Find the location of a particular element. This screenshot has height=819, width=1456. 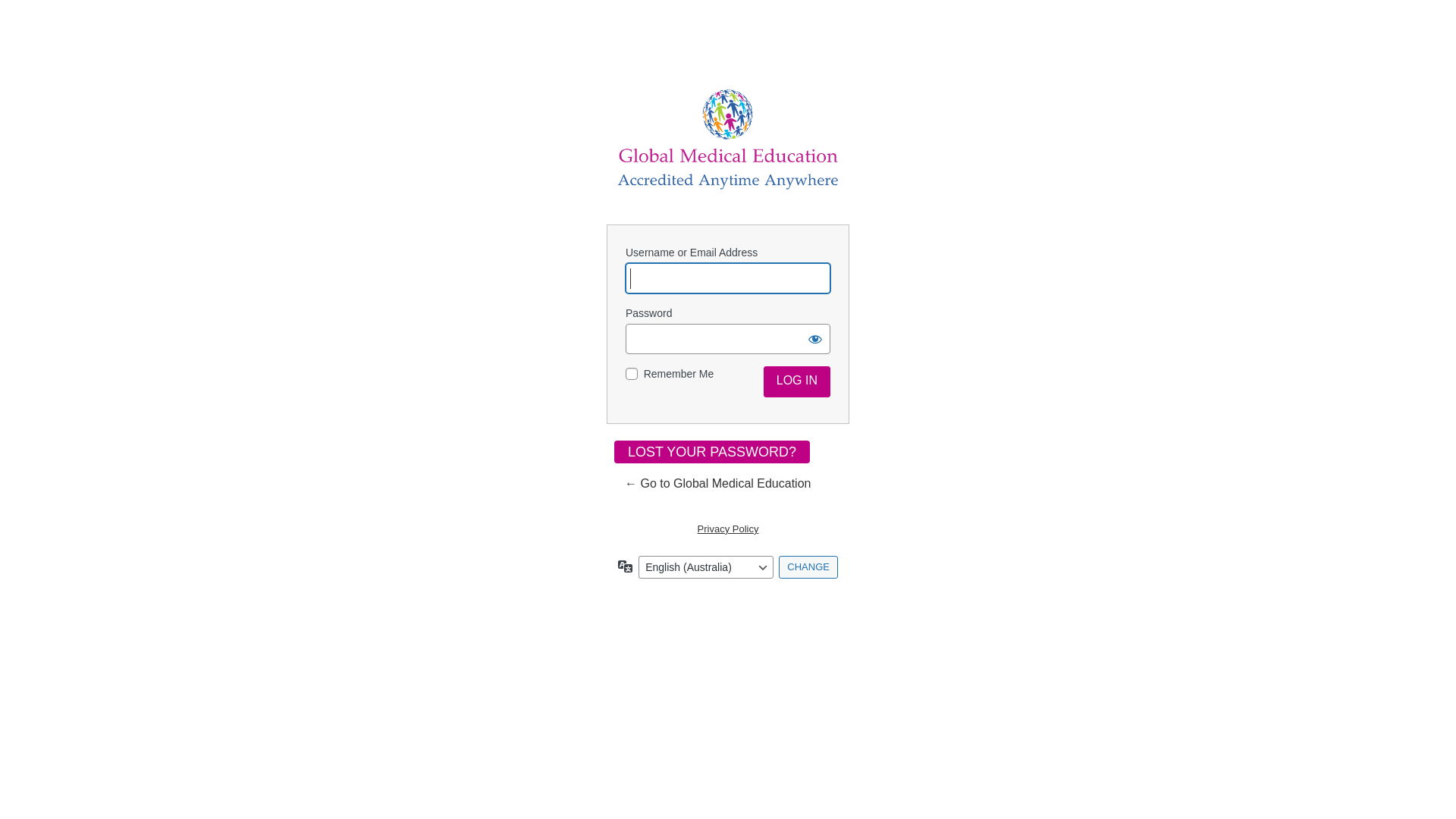

'Log In' is located at coordinates (764, 381).